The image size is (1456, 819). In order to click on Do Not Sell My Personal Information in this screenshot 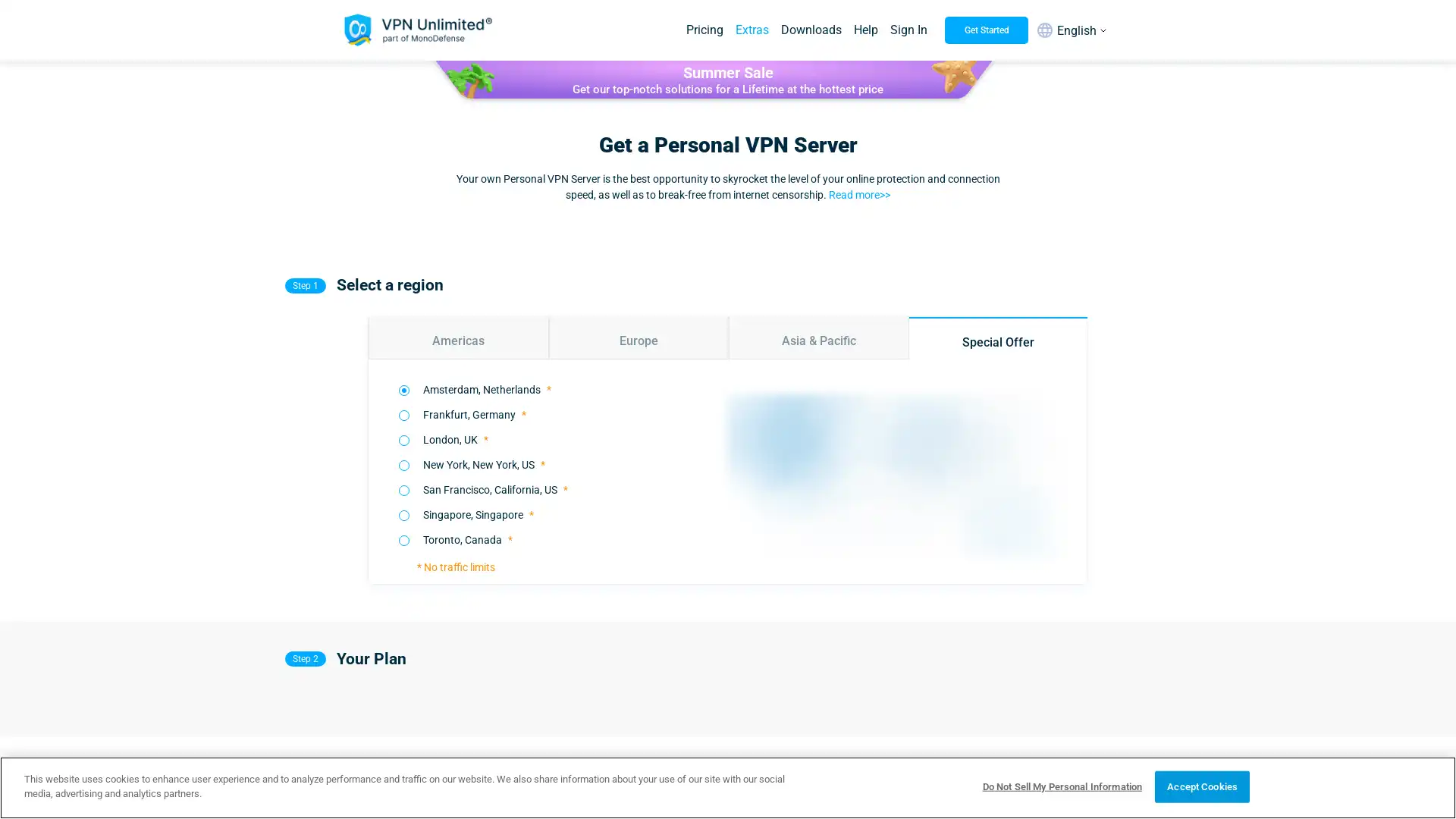, I will do `click(1061, 786)`.